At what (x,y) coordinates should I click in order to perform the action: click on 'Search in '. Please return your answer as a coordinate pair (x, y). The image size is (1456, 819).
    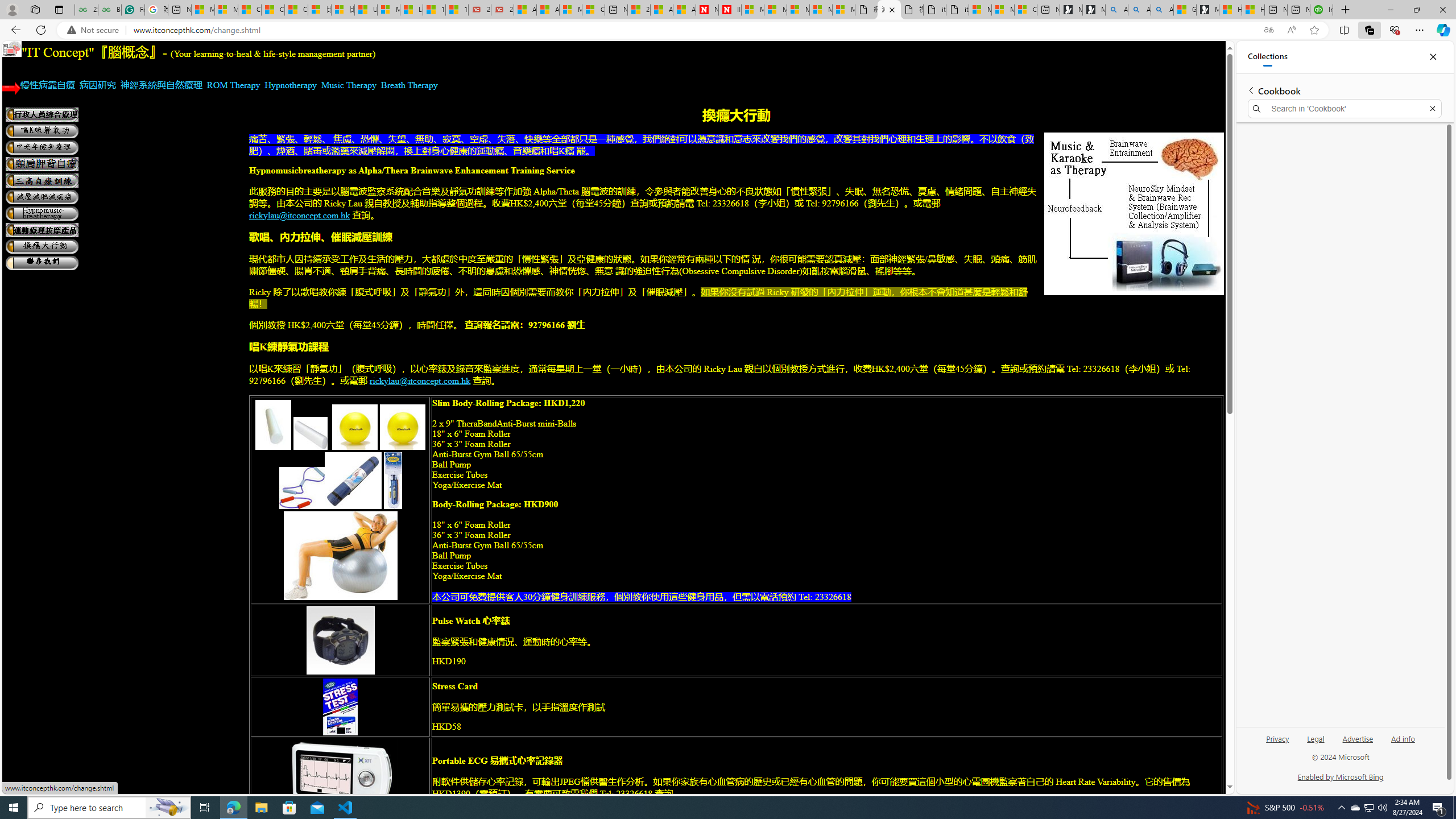
    Looking at the image, I should click on (1345, 109).